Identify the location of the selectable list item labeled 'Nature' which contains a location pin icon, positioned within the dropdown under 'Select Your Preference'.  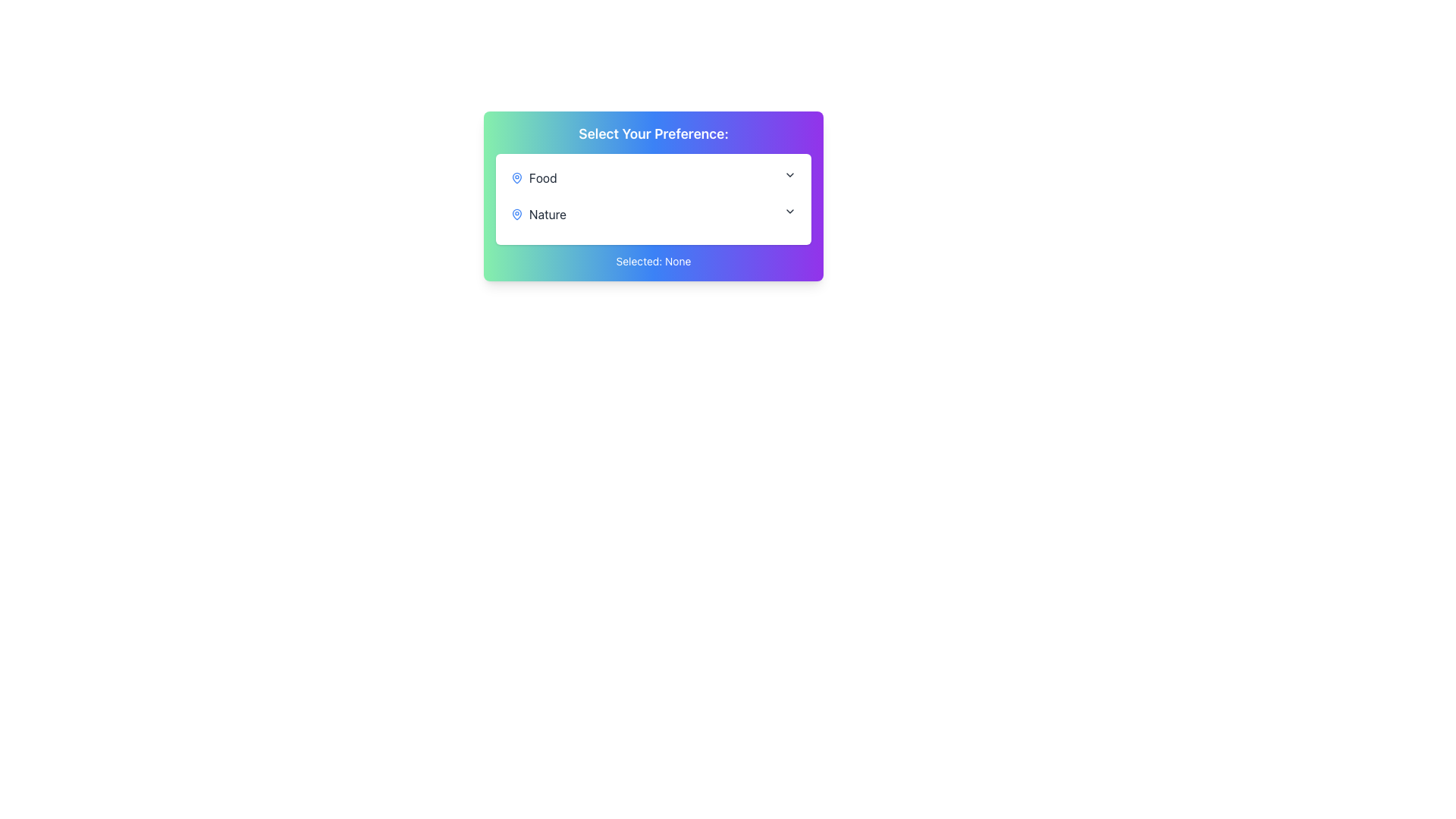
(538, 214).